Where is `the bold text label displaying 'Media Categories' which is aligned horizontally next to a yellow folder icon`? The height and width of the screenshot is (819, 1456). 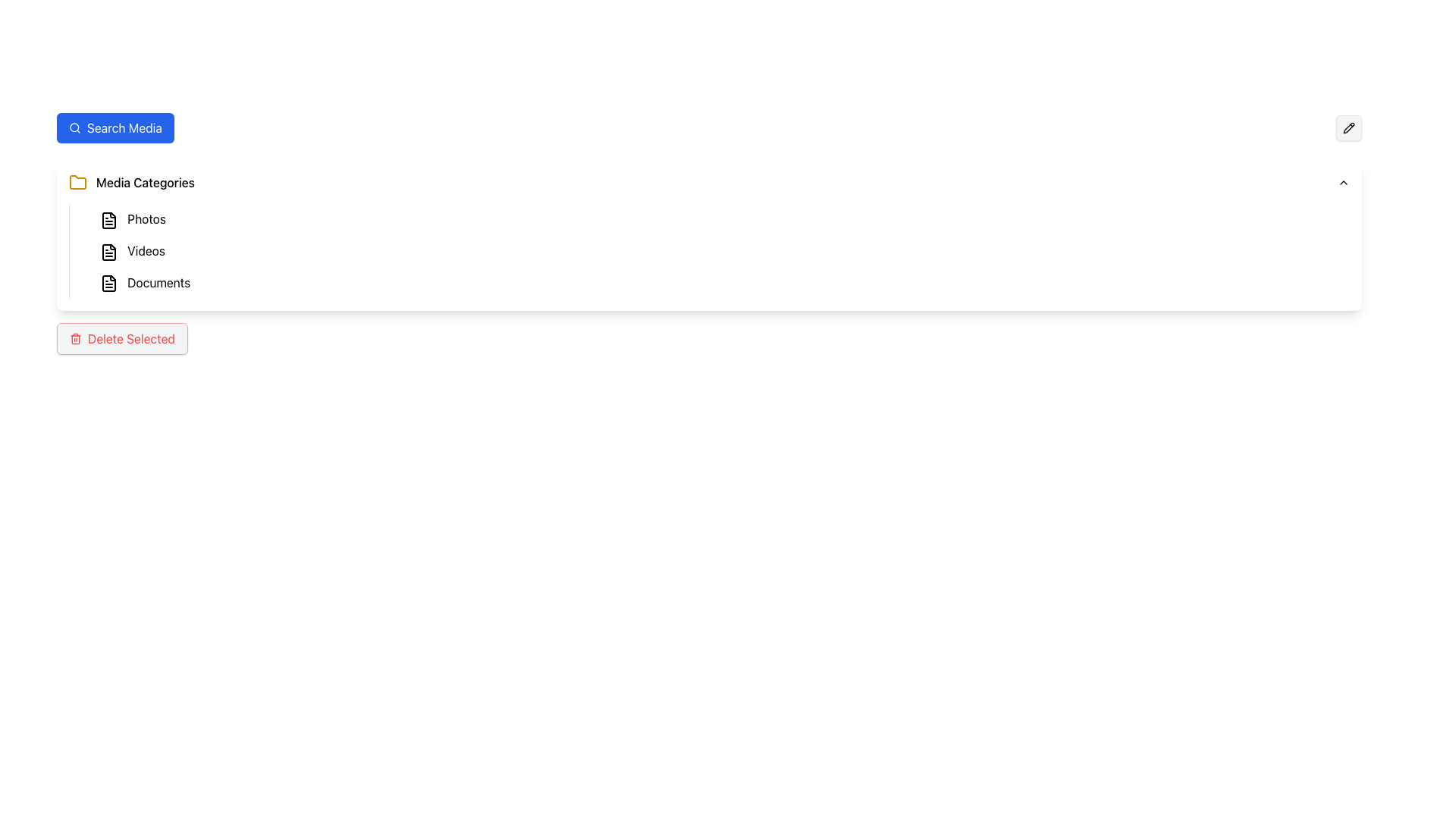
the bold text label displaying 'Media Categories' which is aligned horizontally next to a yellow folder icon is located at coordinates (146, 181).